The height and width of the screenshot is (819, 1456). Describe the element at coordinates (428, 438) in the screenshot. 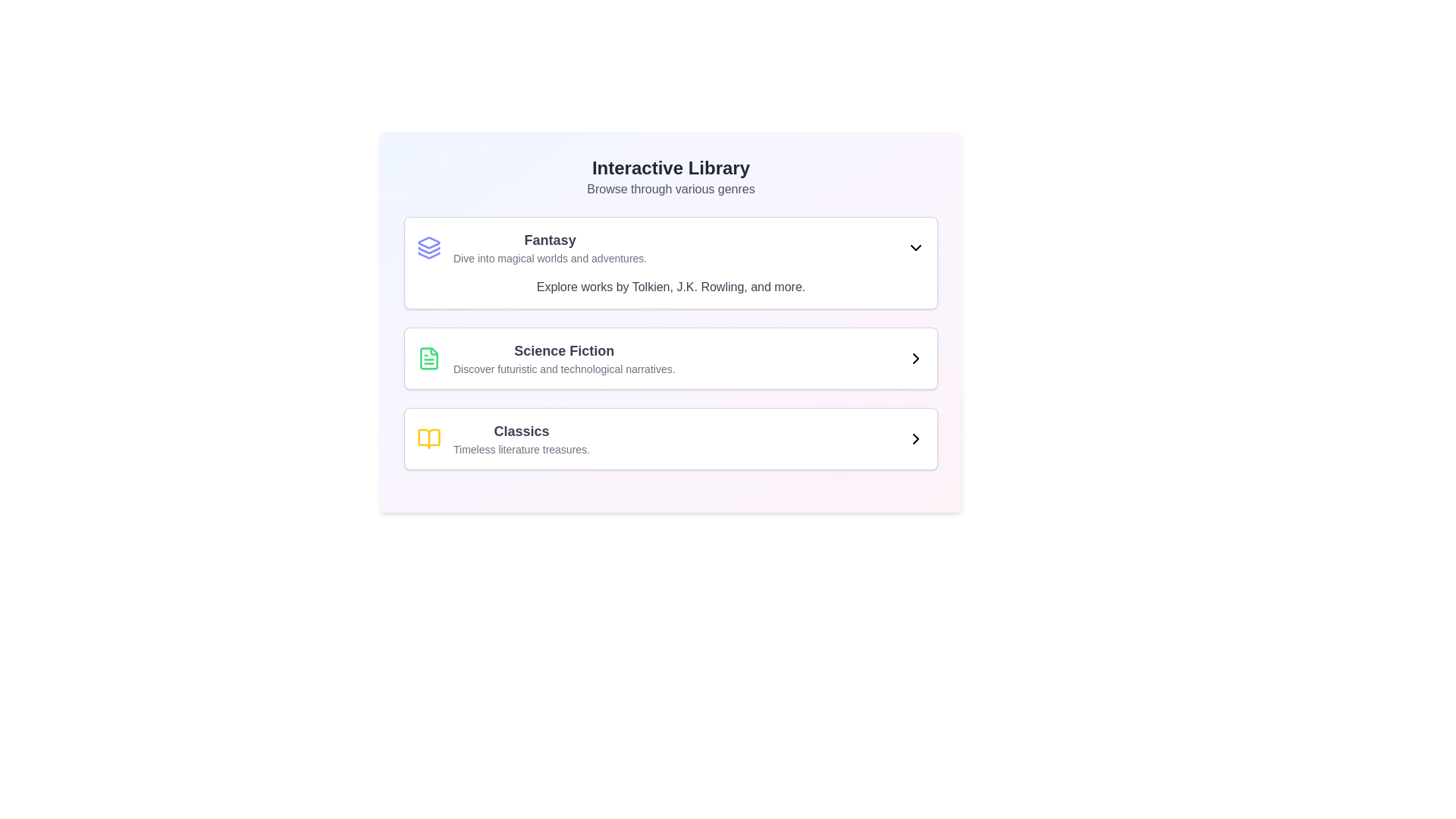

I see `the 'Classics' icon in the 'Interactive Library' section` at that location.